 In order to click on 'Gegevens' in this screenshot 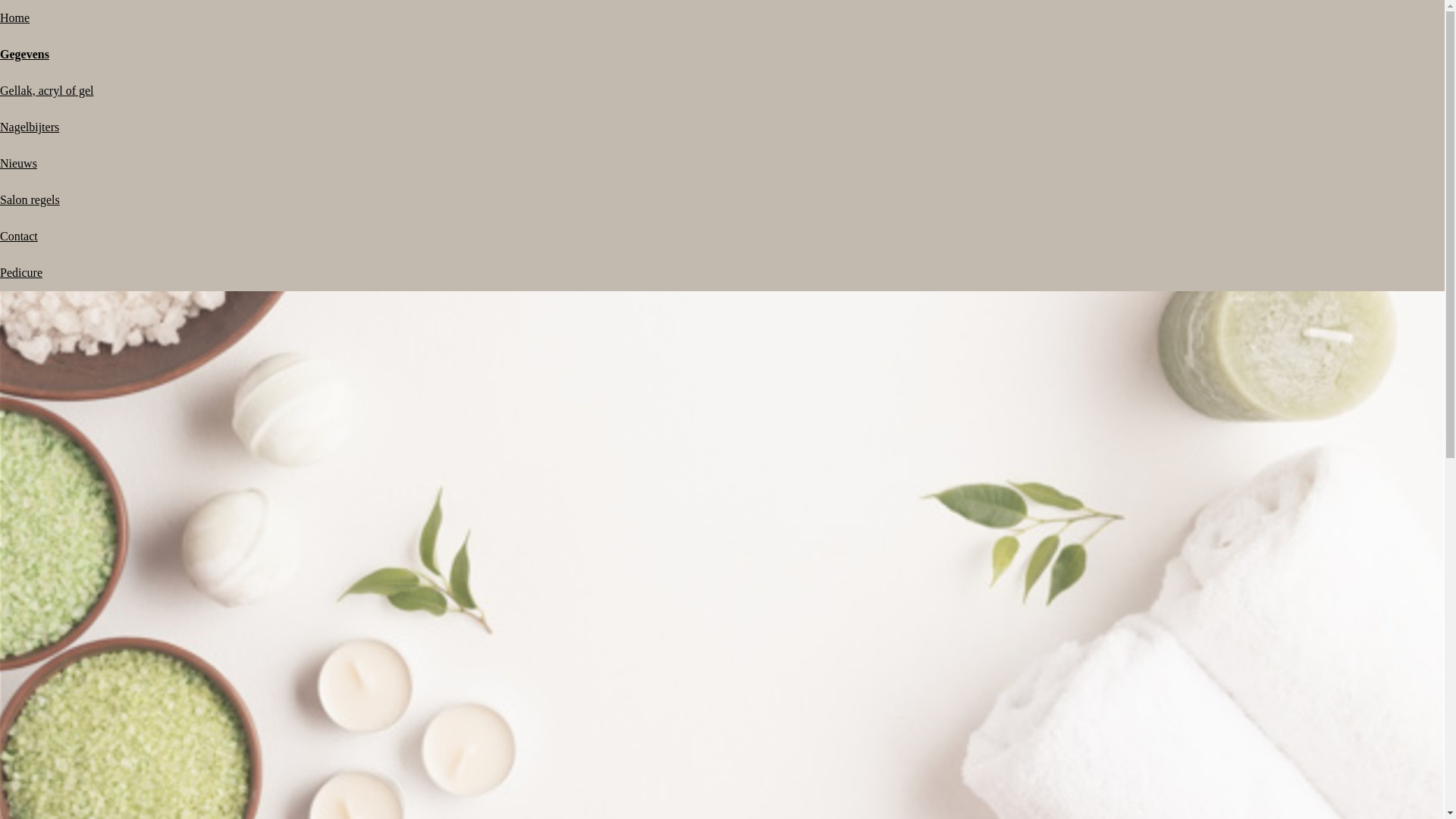, I will do `click(0, 53)`.